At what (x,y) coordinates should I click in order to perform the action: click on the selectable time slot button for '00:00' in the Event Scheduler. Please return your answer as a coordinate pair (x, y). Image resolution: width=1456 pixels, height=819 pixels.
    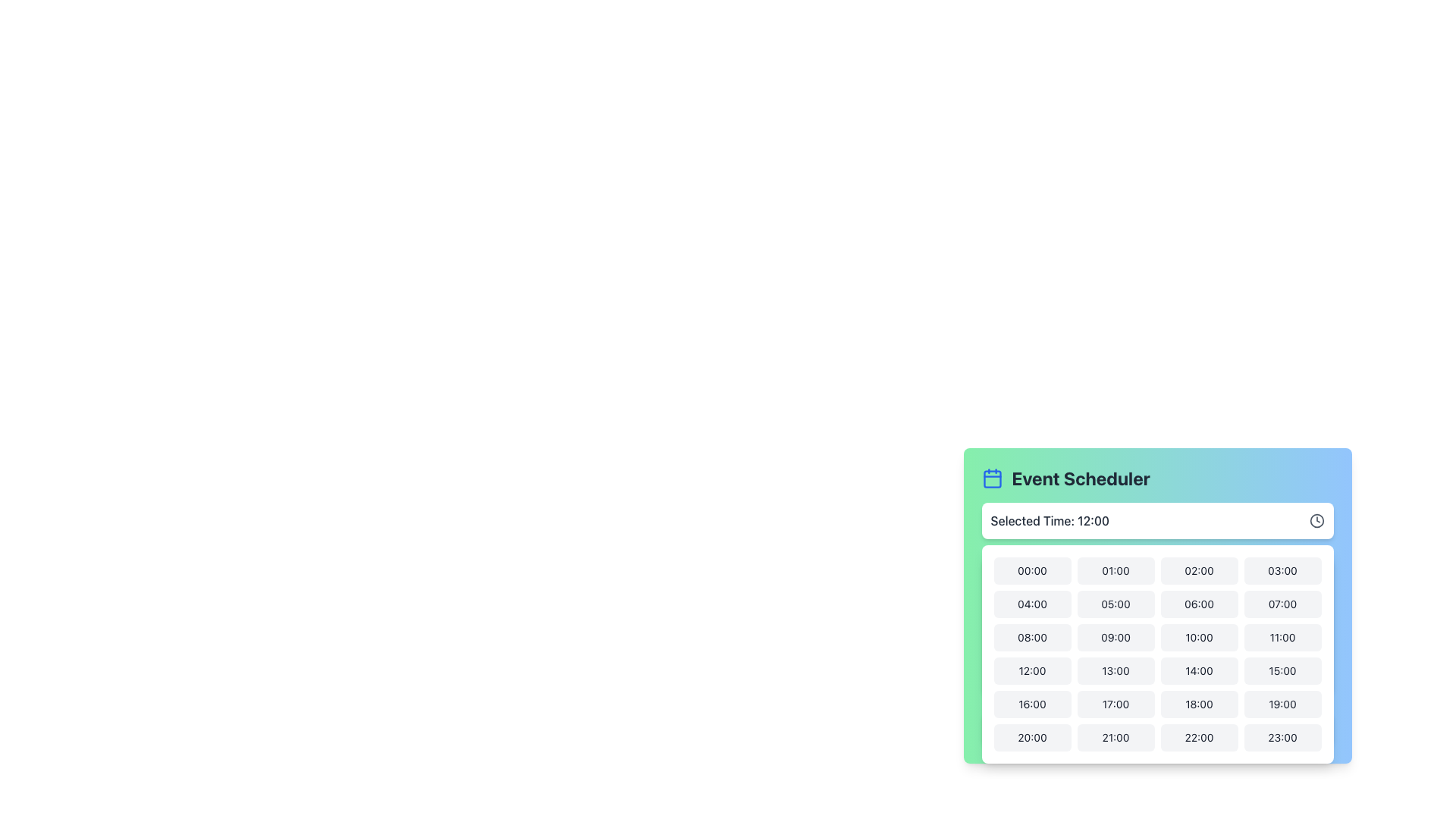
    Looking at the image, I should click on (1031, 570).